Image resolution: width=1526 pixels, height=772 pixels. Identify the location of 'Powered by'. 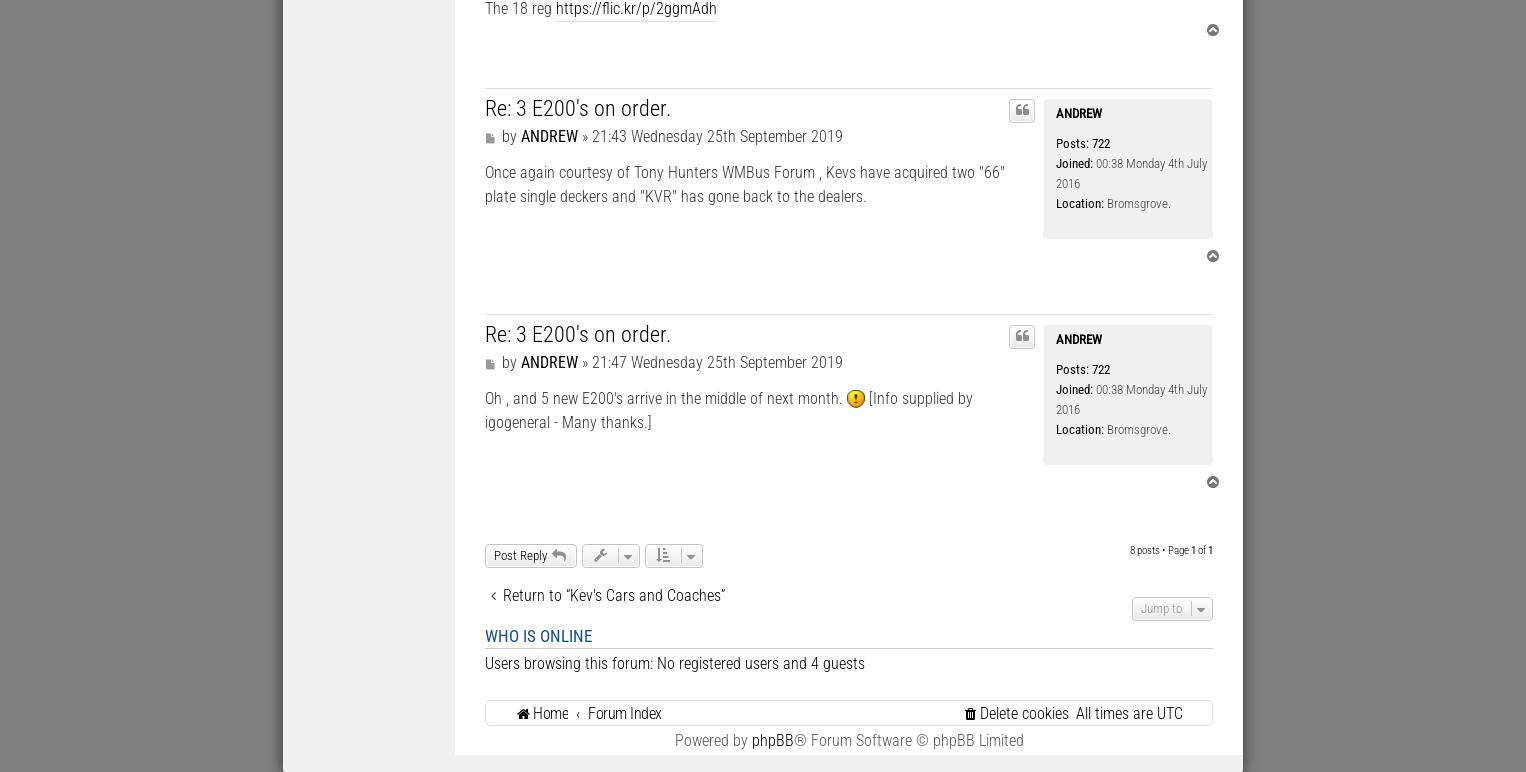
(712, 739).